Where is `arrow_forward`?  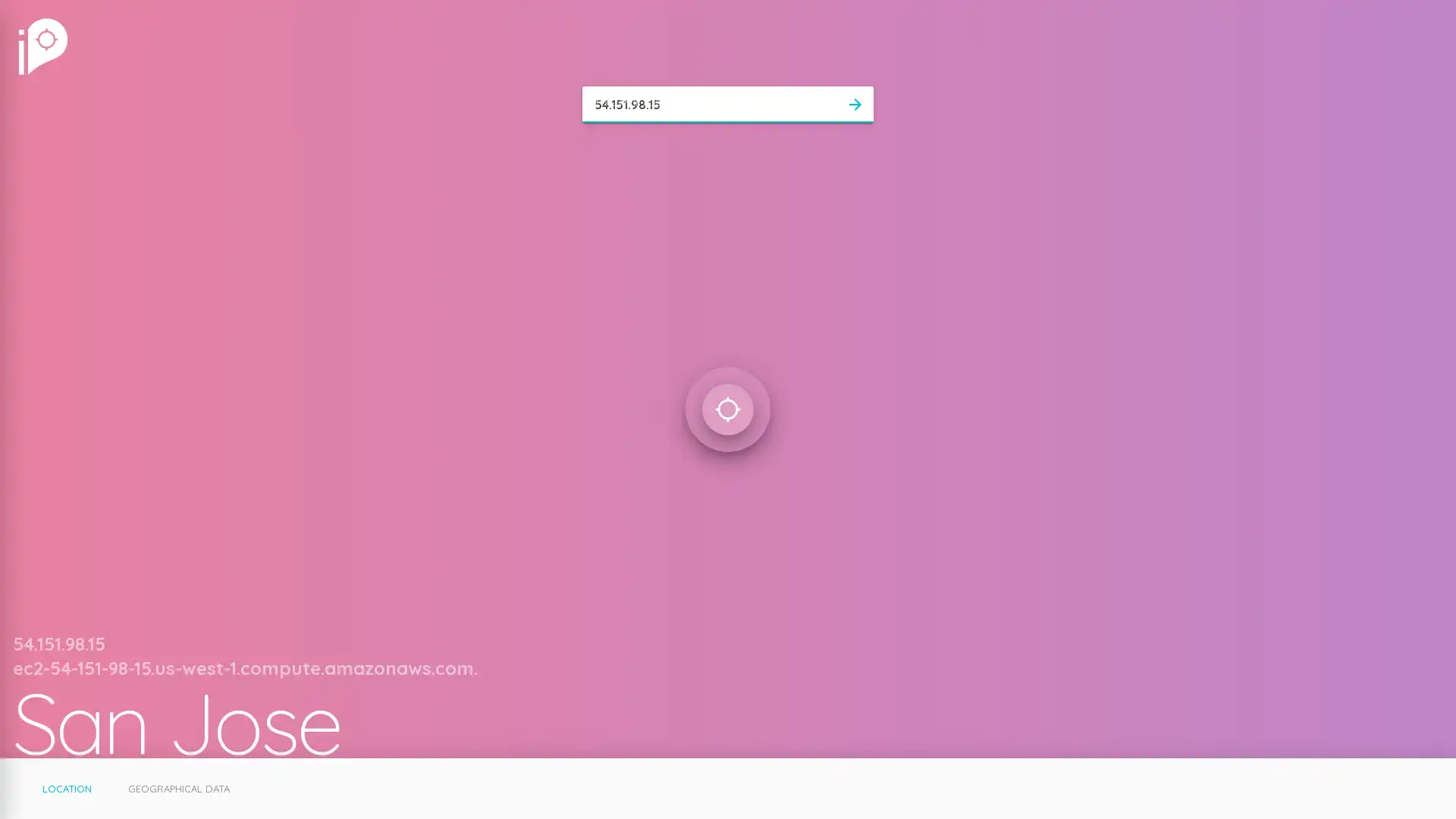 arrow_forward is located at coordinates (855, 104).